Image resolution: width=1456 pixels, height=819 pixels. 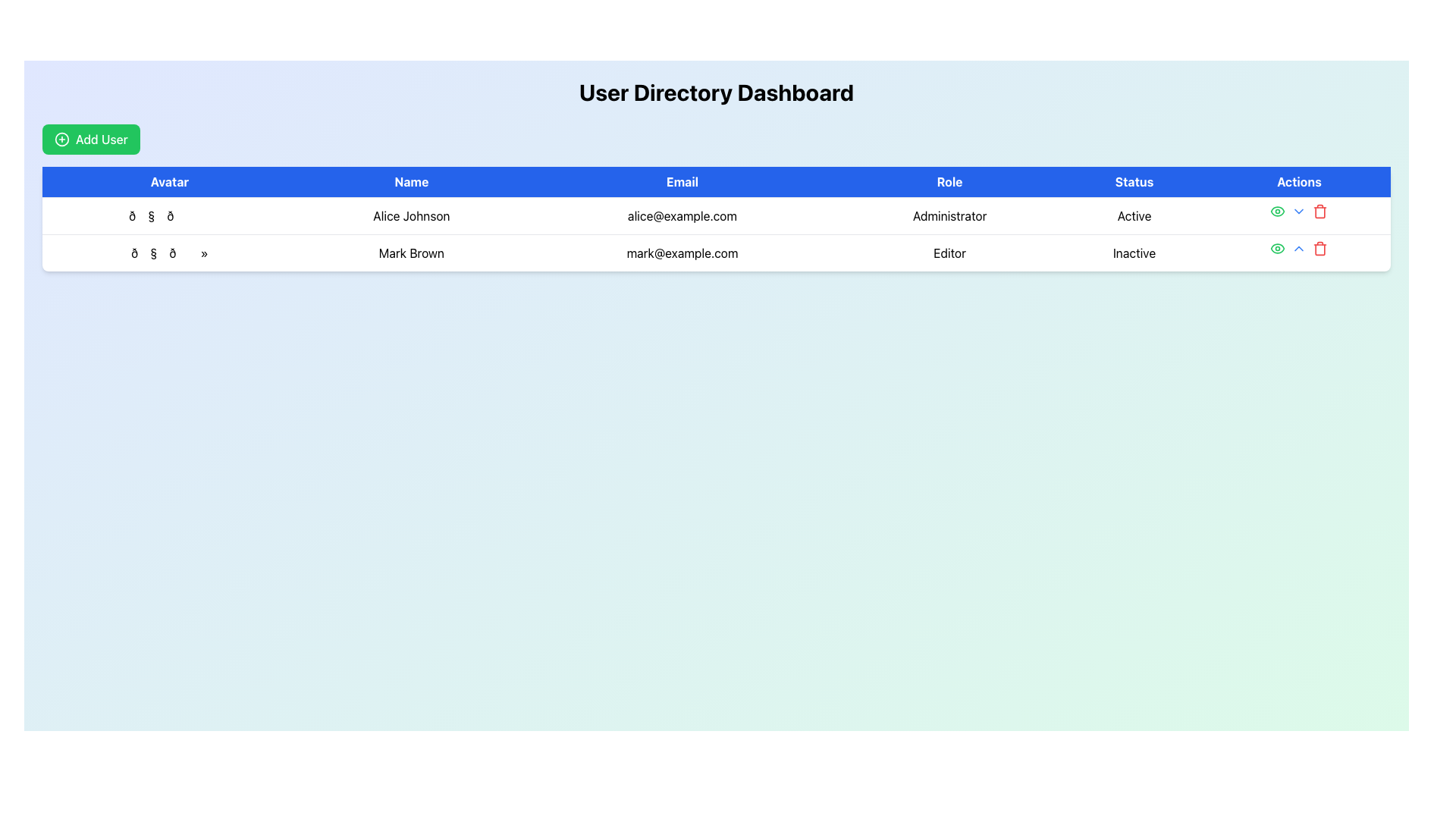 I want to click on the red trash bin icon button located in the 'Actions' column of the second table row to initiate a delete action, so click(x=1319, y=211).